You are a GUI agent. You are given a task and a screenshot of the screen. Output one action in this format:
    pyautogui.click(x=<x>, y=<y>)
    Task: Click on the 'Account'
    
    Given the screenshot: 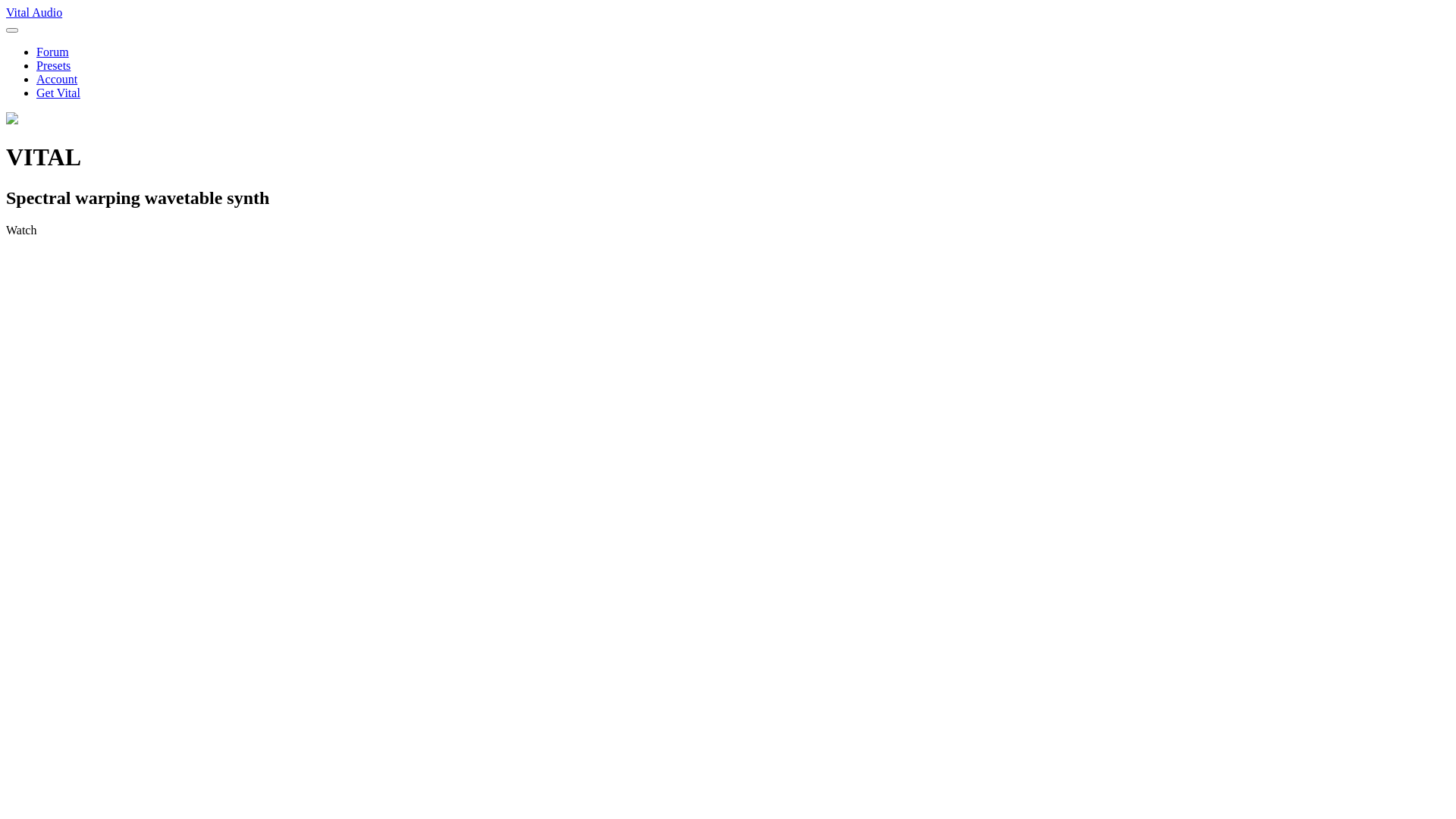 What is the action you would take?
    pyautogui.click(x=57, y=79)
    